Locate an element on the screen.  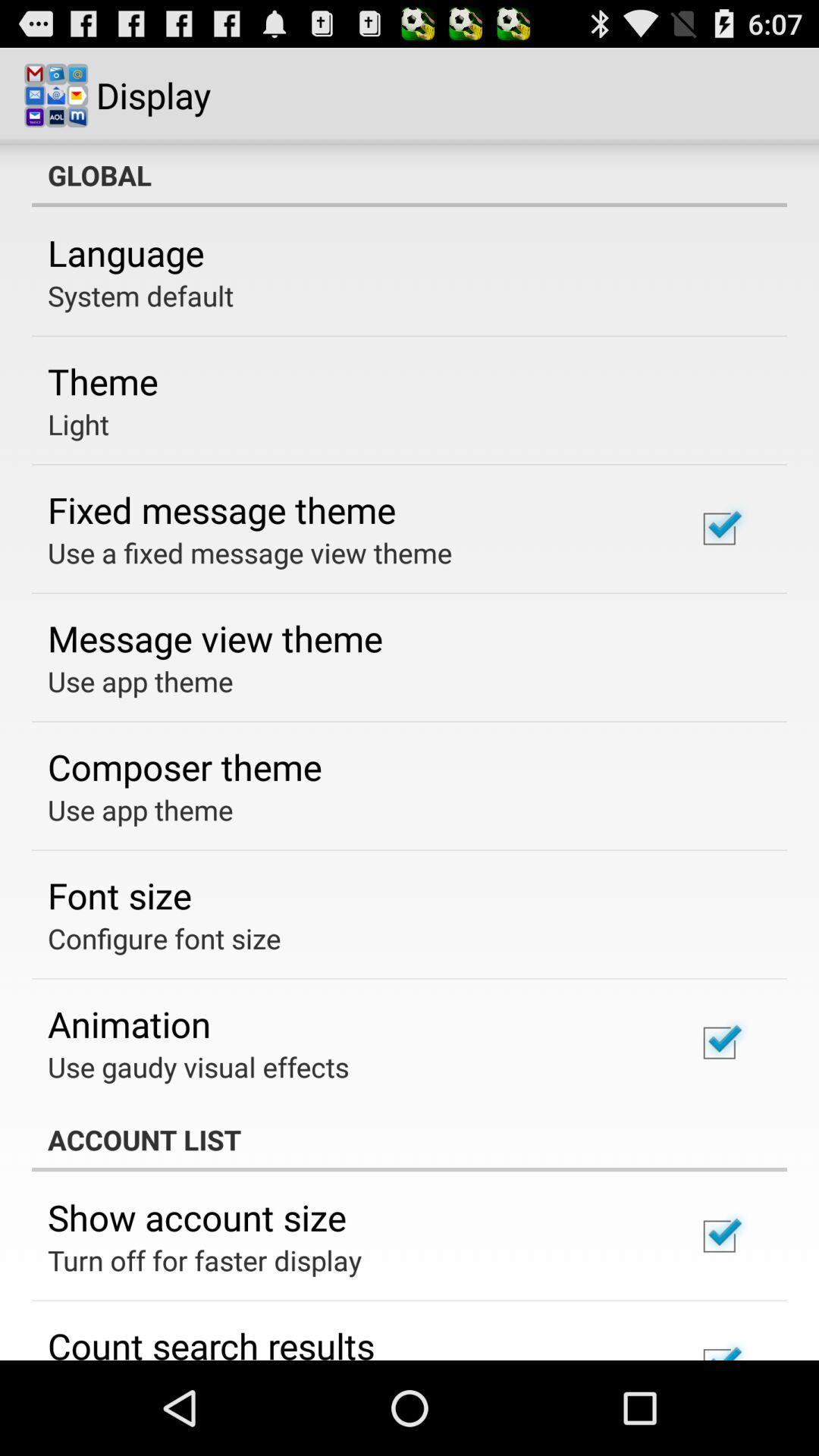
composer theme icon is located at coordinates (184, 767).